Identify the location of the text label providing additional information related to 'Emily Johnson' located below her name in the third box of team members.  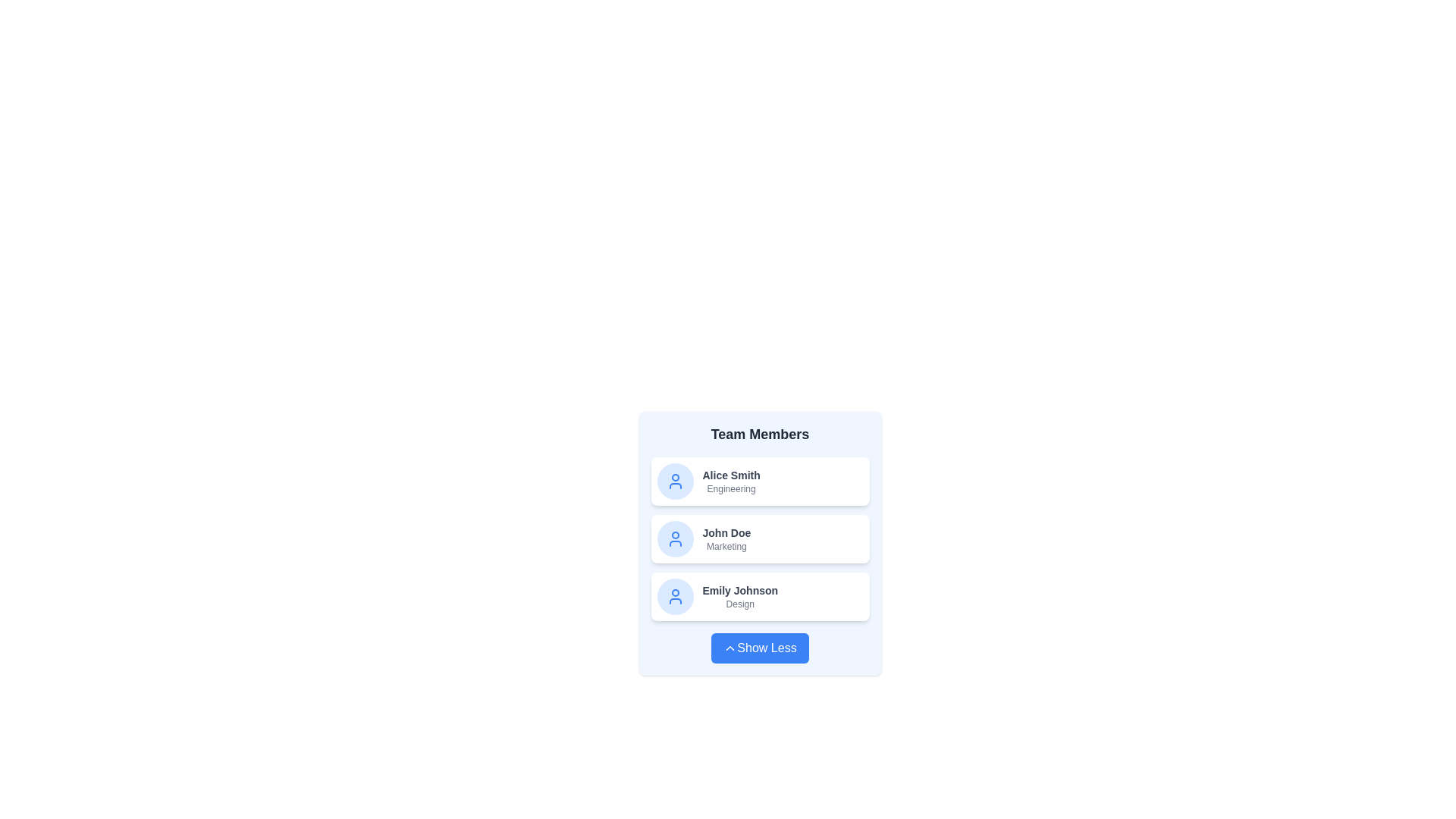
(740, 604).